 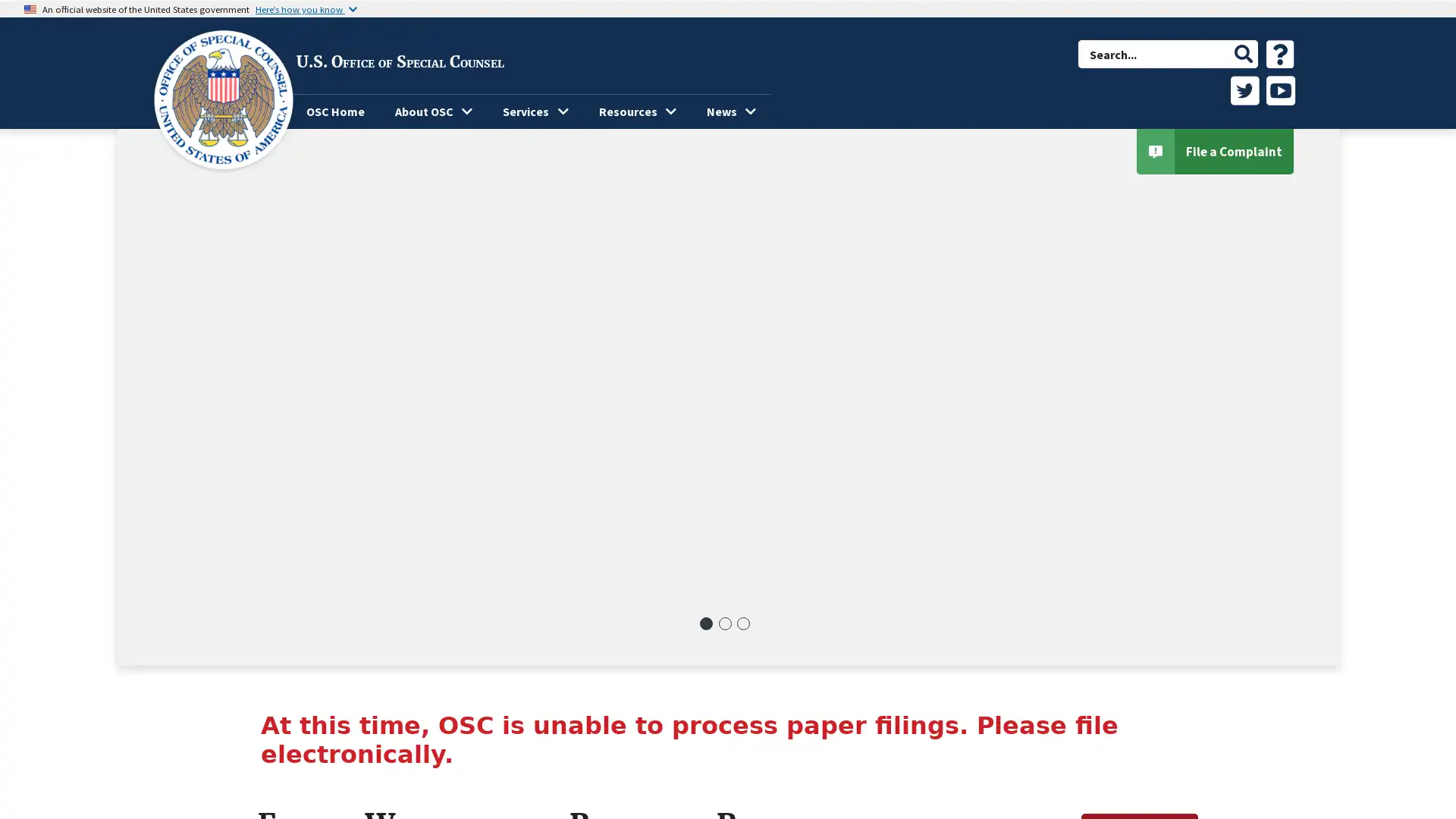 I want to click on Services, so click(x=535, y=111).